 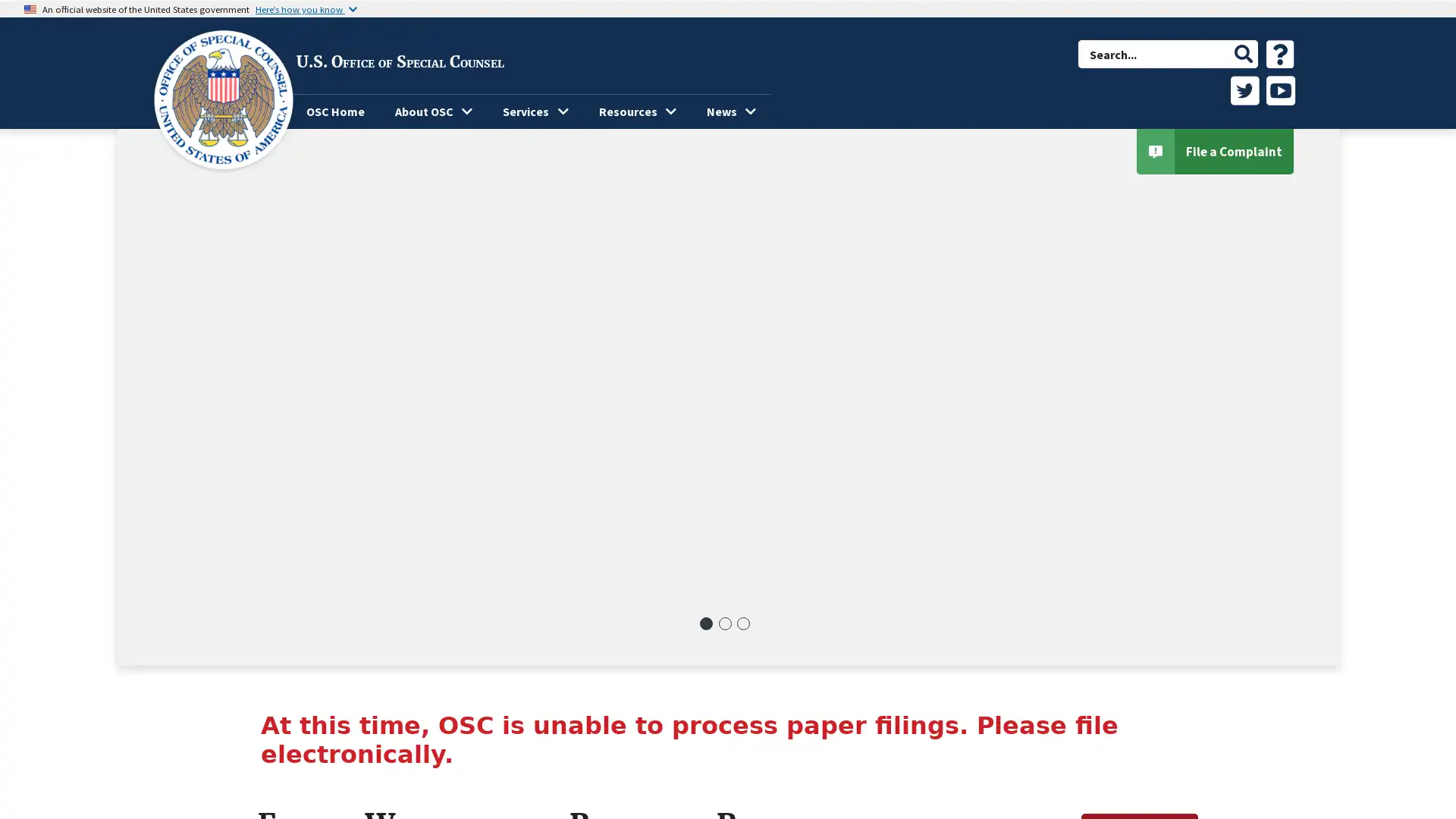 I want to click on Services, so click(x=535, y=111).